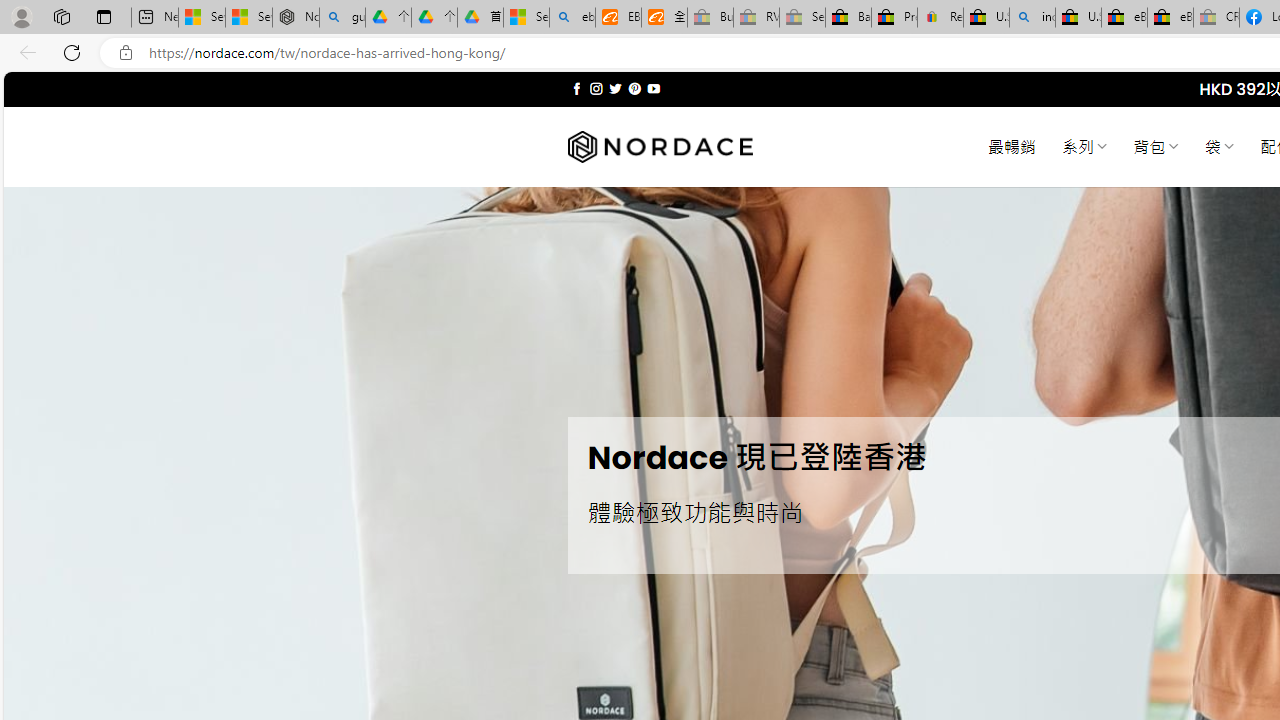 The height and width of the screenshot is (720, 1280). I want to click on 'guge yunpan - Search', so click(342, 17).